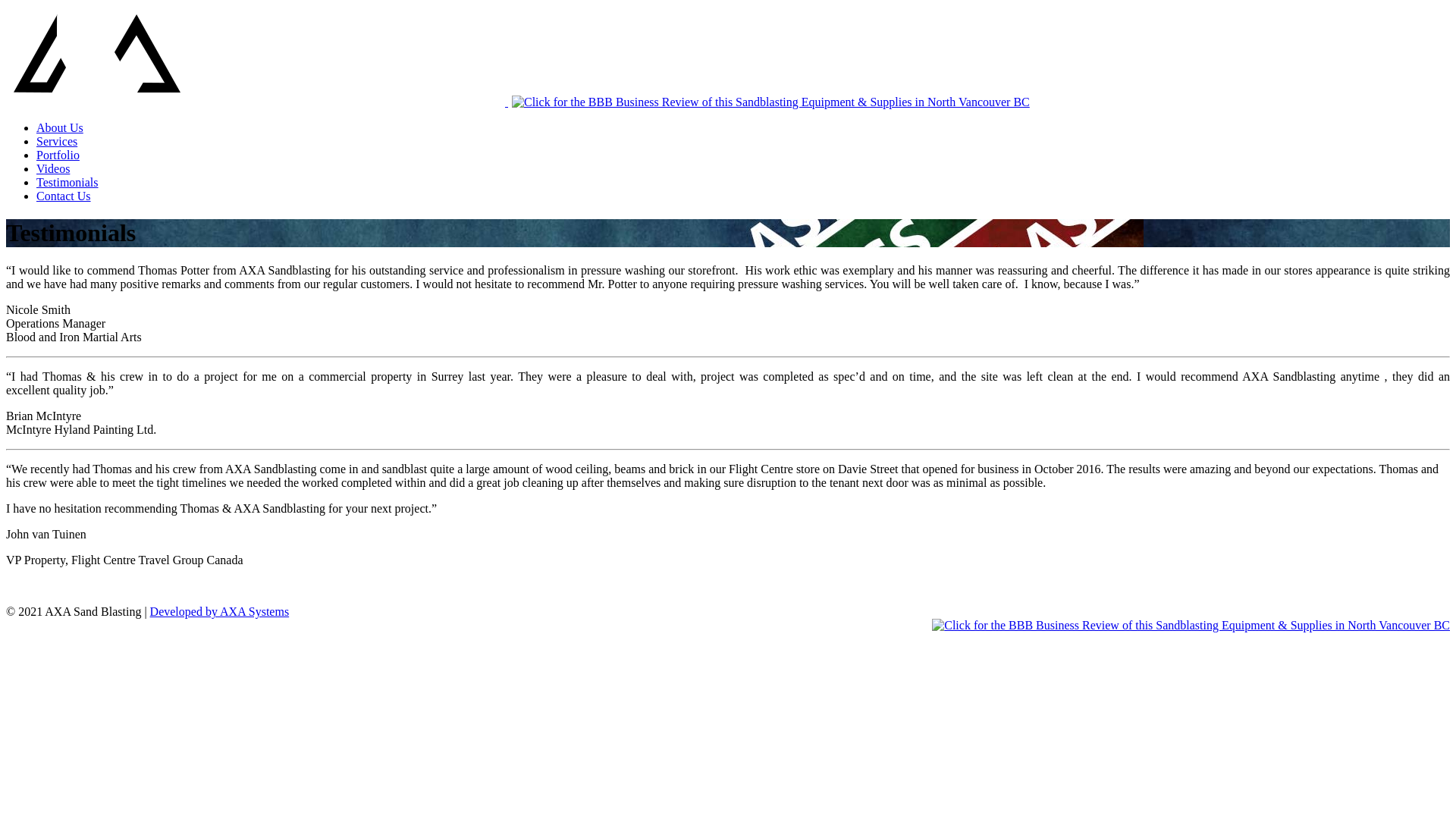 The height and width of the screenshot is (819, 1456). I want to click on 'Contact Us', so click(36, 195).